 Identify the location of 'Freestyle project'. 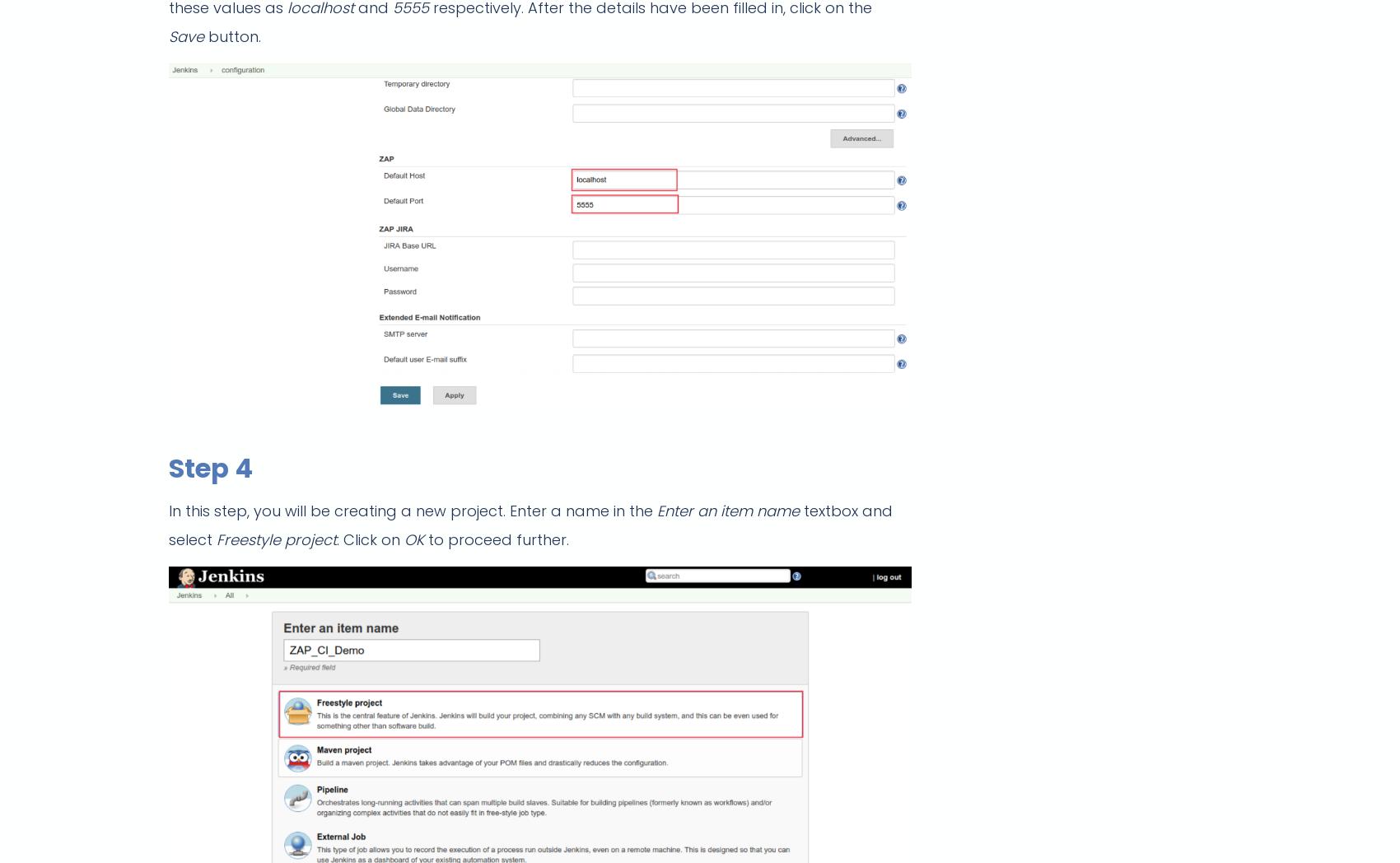
(216, 539).